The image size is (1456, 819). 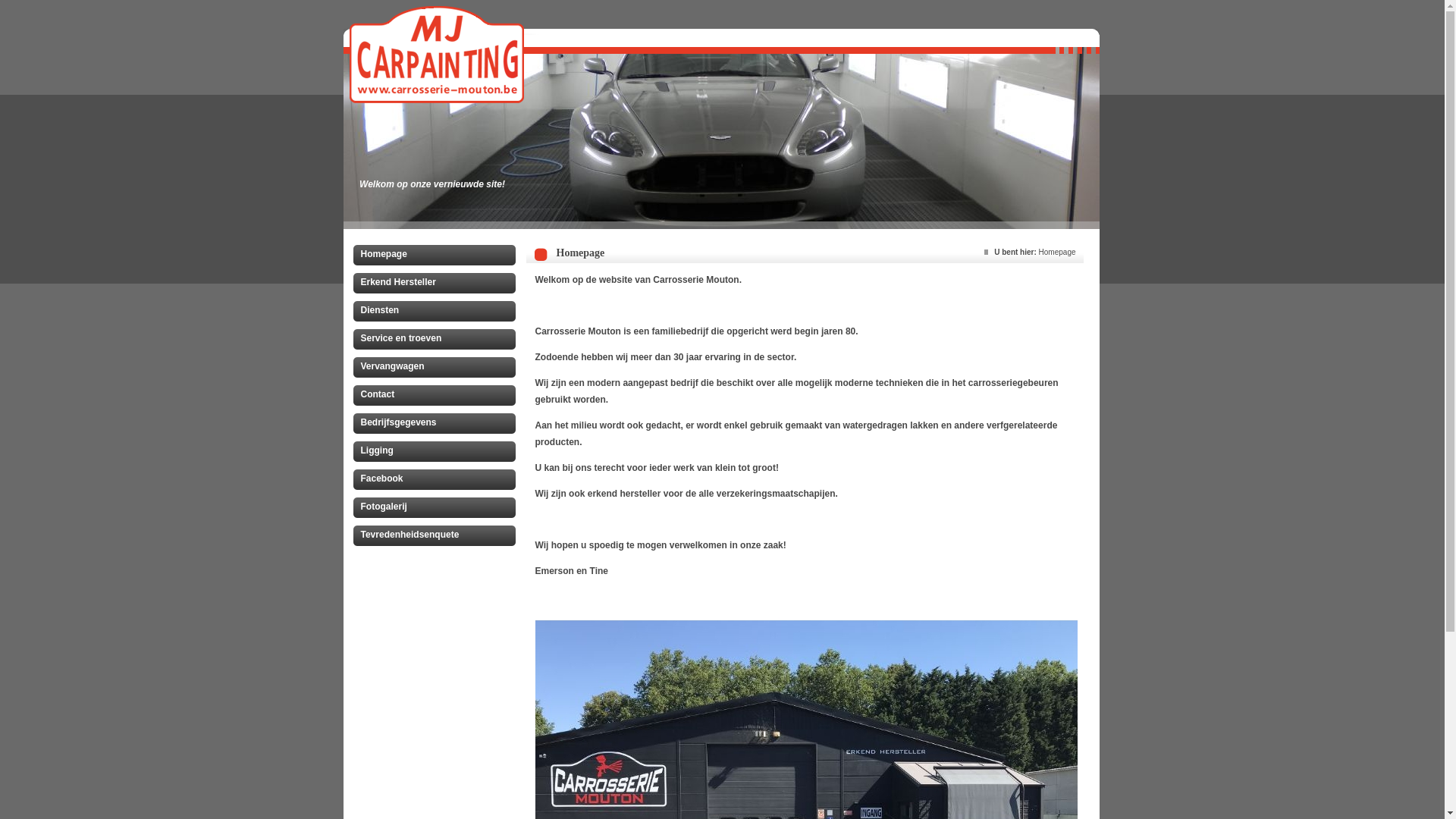 I want to click on 'Contact', so click(x=352, y=397).